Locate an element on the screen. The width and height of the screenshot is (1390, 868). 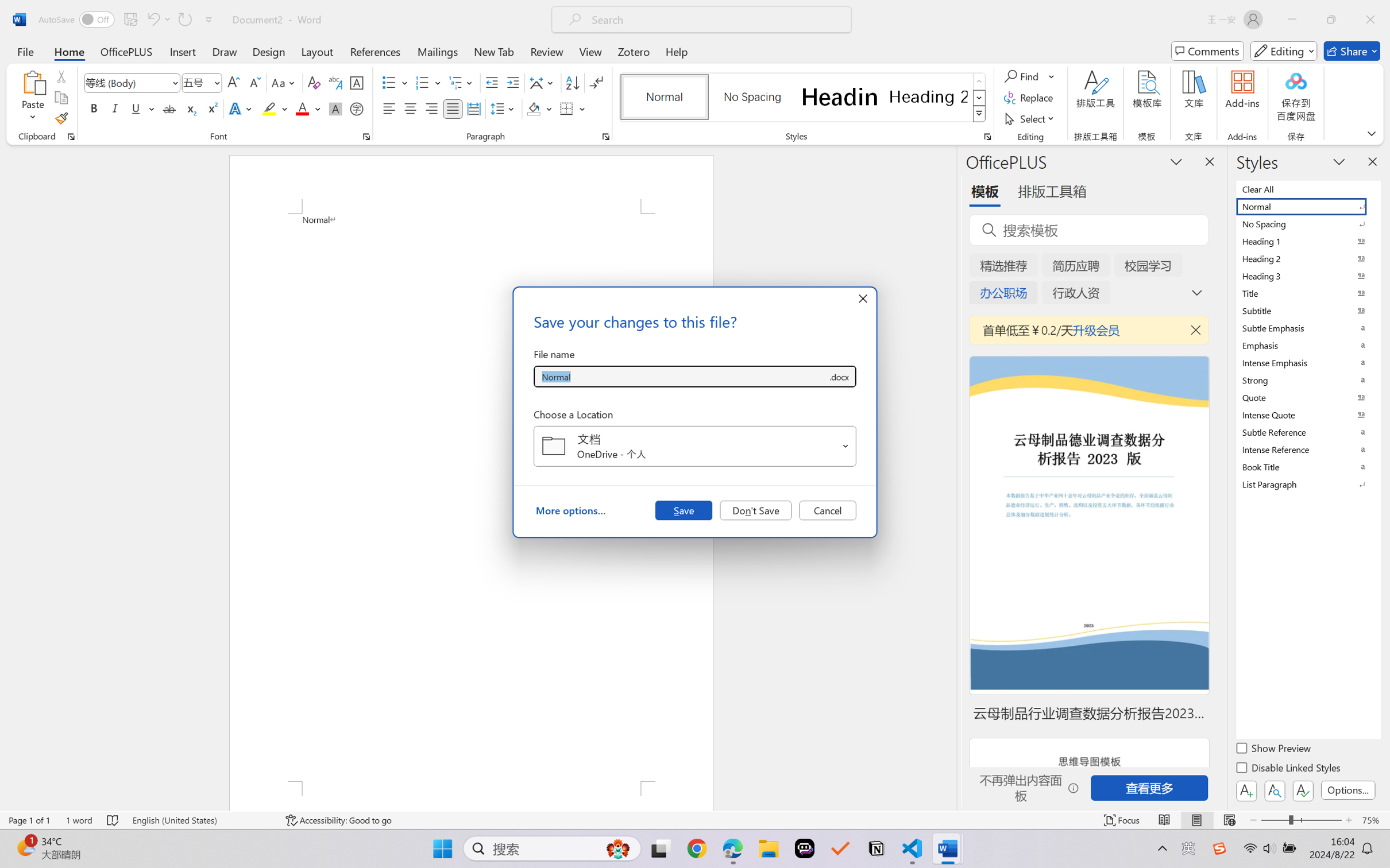
'Font...' is located at coordinates (366, 136).